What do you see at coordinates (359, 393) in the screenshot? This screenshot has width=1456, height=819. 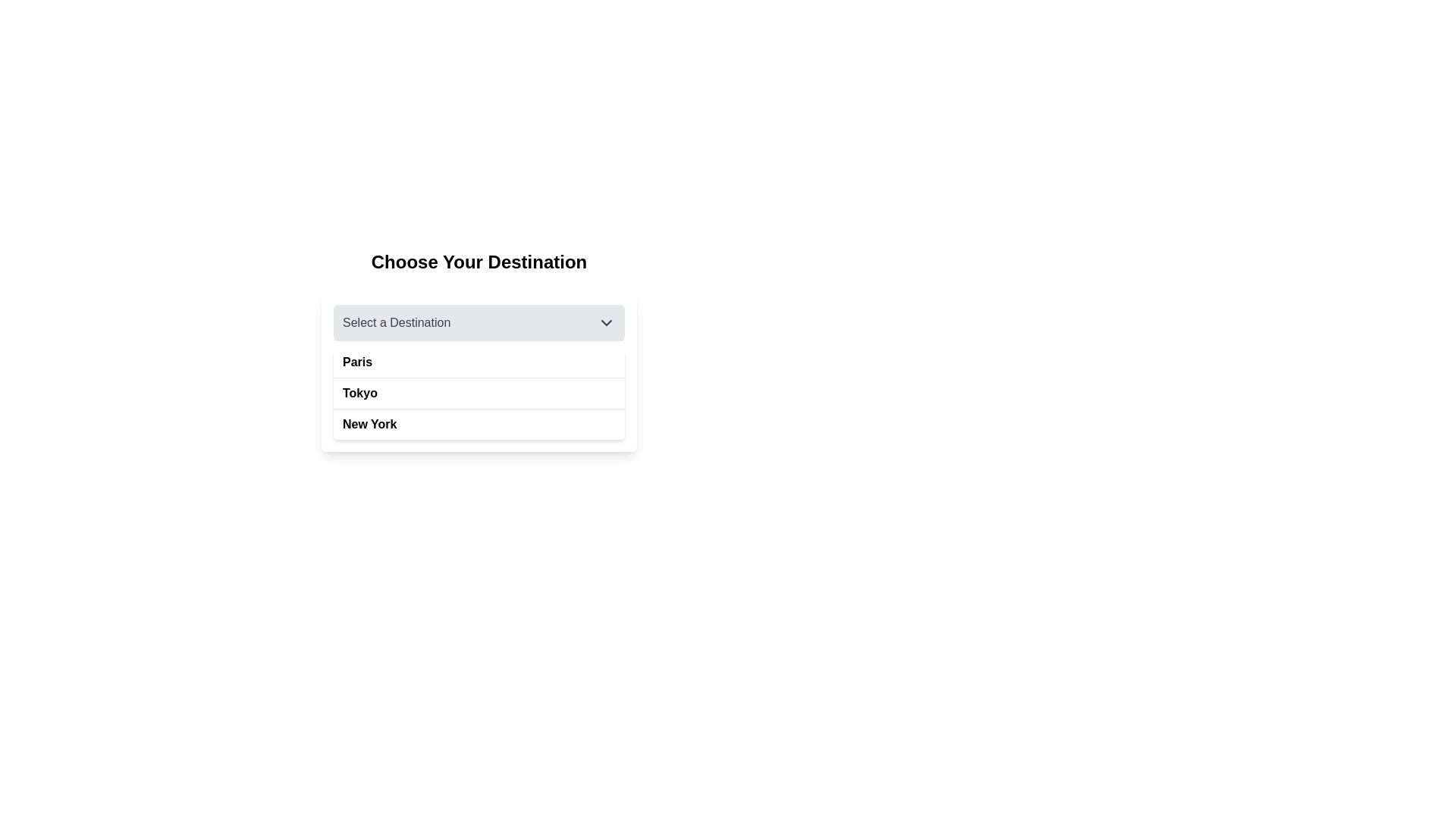 I see `the 'Tokyo' text label in the dropdown menu` at bounding box center [359, 393].